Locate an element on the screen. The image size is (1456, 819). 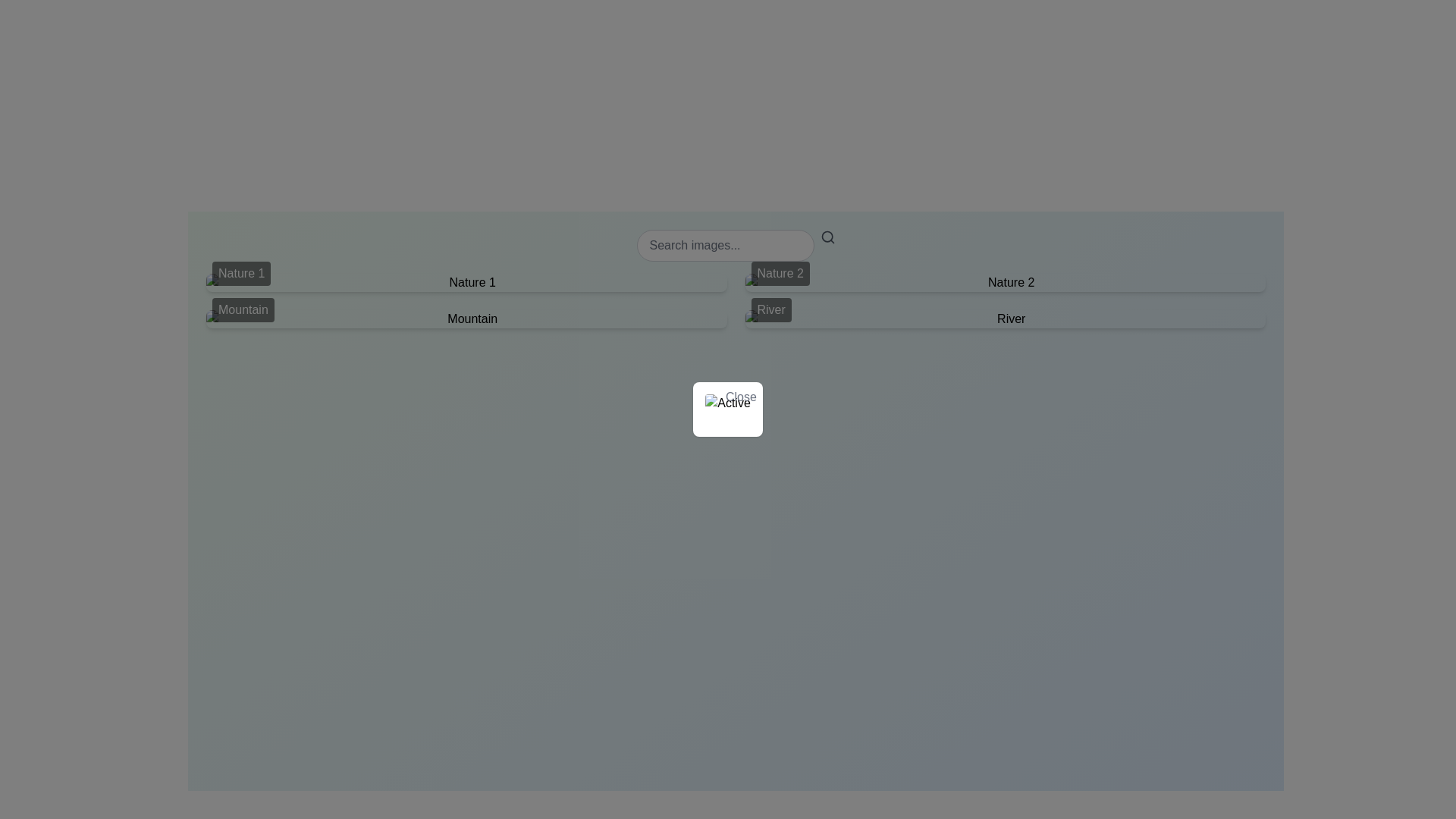
the search icon located to the immediate right of the 'Search images...' text input field is located at coordinates (827, 237).